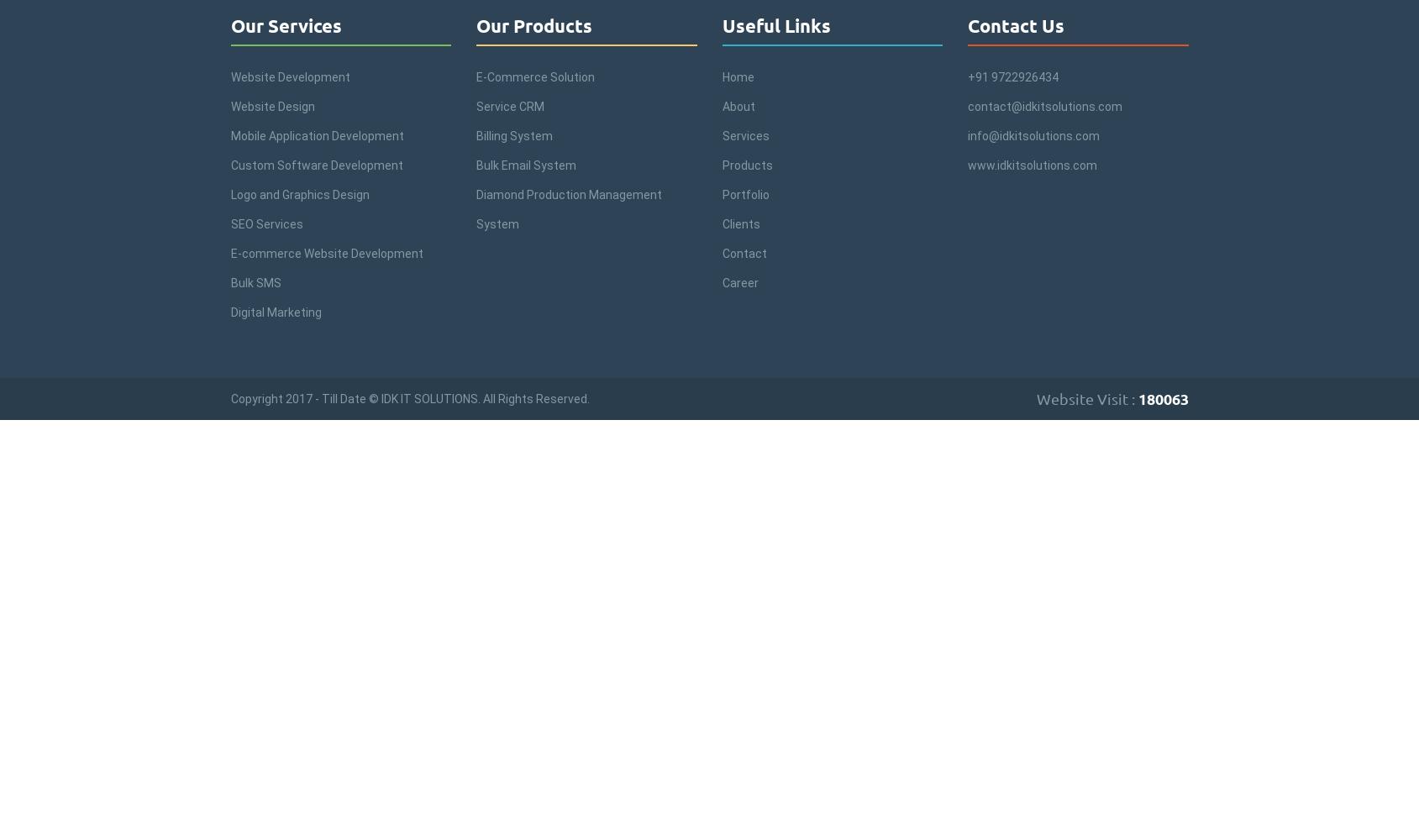 Image resolution: width=1419 pixels, height=840 pixels. What do you see at coordinates (1015, 25) in the screenshot?
I see `'Contact Us'` at bounding box center [1015, 25].